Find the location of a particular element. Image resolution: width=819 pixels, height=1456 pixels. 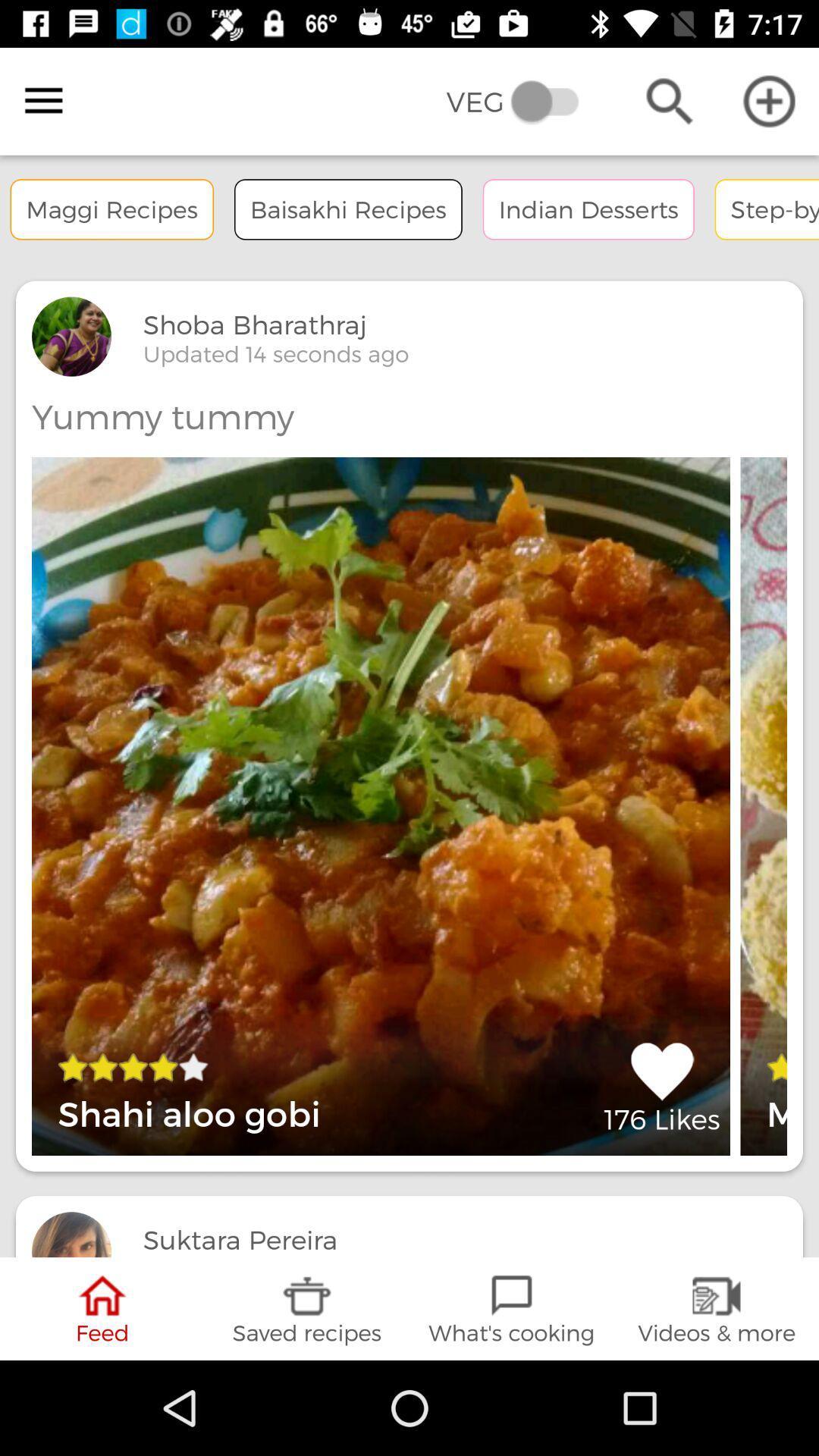

the icon below indian desserts is located at coordinates (661, 1087).